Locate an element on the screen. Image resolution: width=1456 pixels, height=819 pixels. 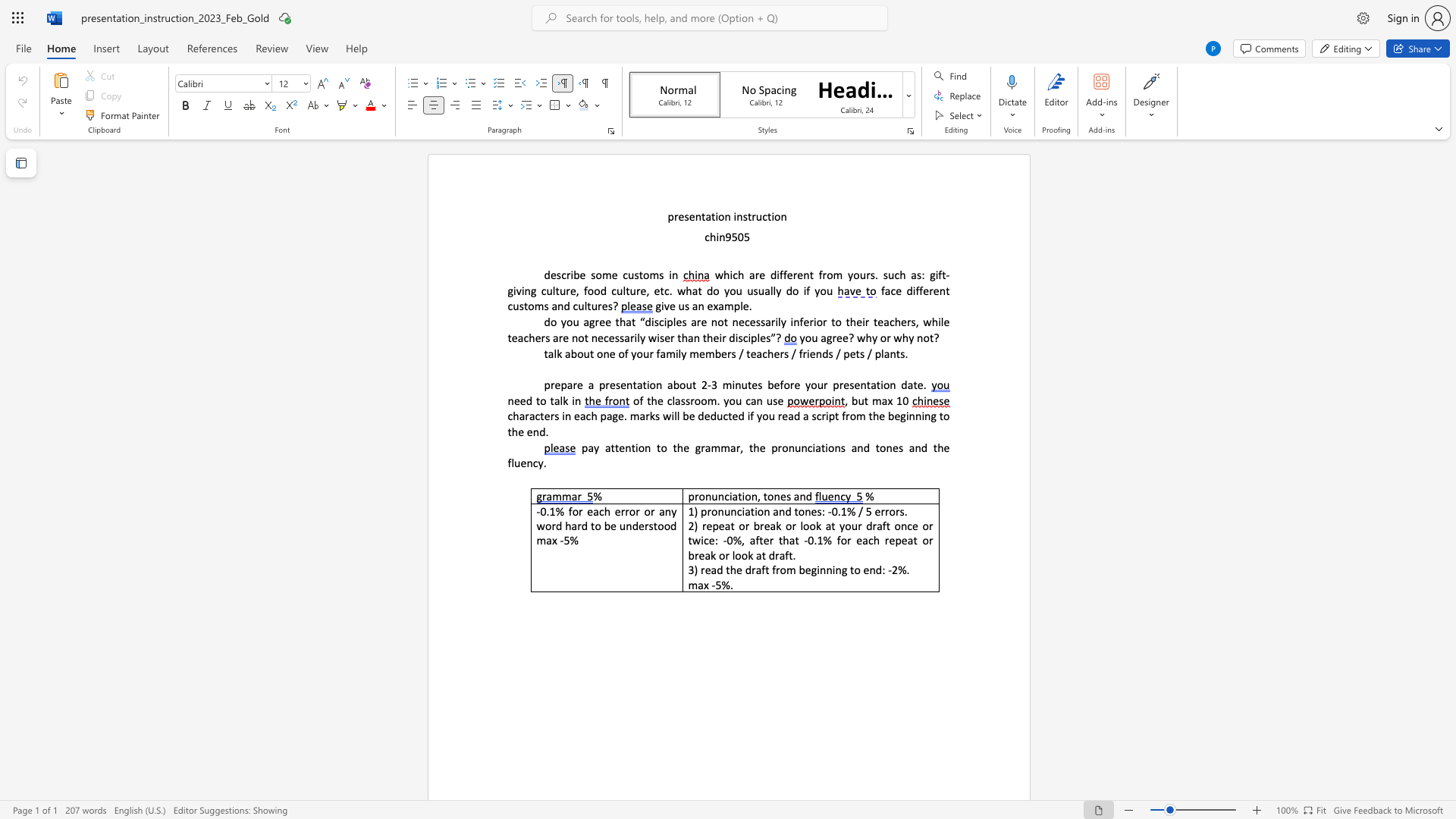
the subset text "on instruction" within the text "presentation instruction" is located at coordinates (717, 216).